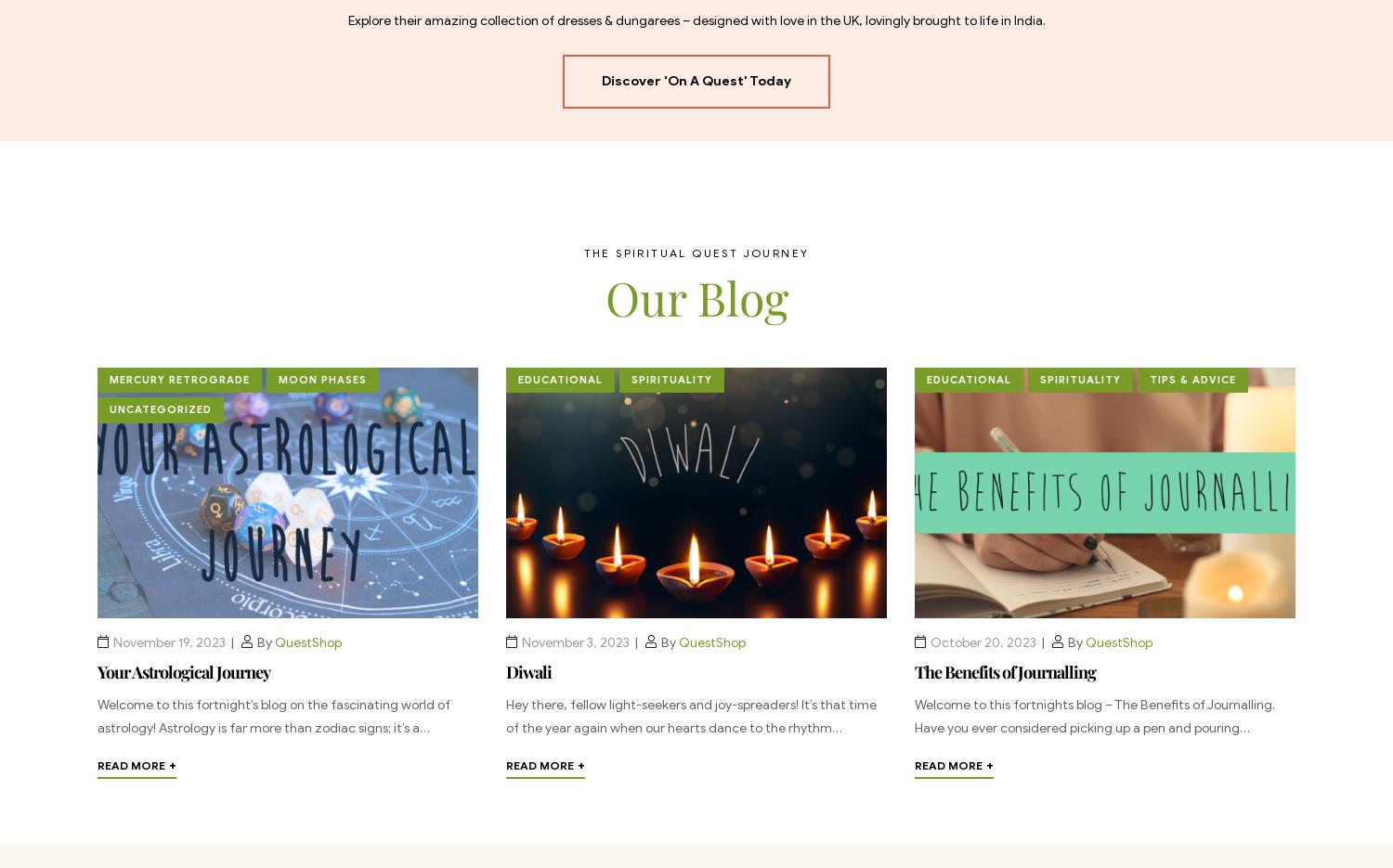 This screenshot has height=868, width=1393. What do you see at coordinates (183, 670) in the screenshot?
I see `'Your Astrological Journey'` at bounding box center [183, 670].